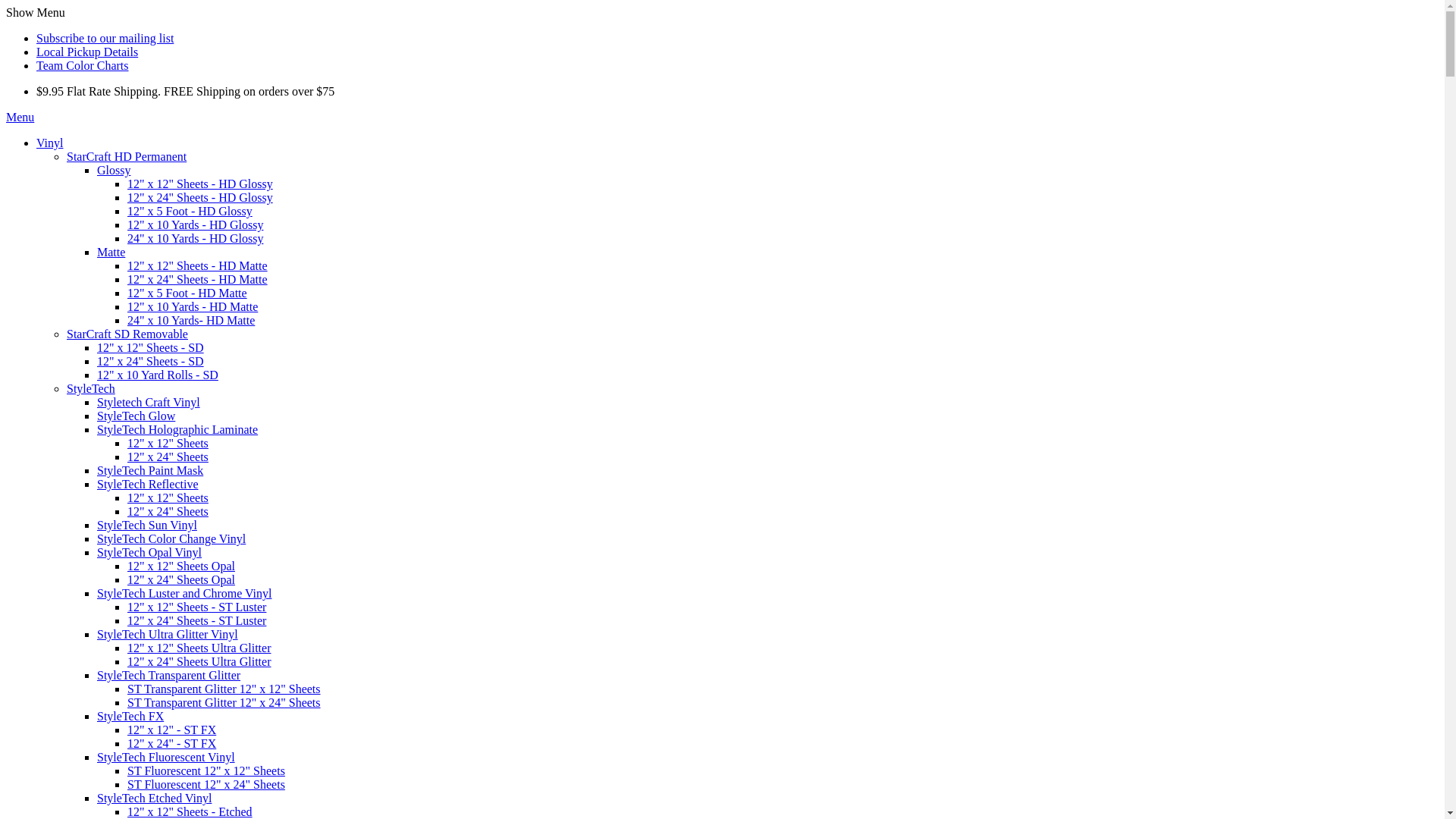  Describe the element at coordinates (171, 742) in the screenshot. I see `'12" x 24" - ST FX'` at that location.